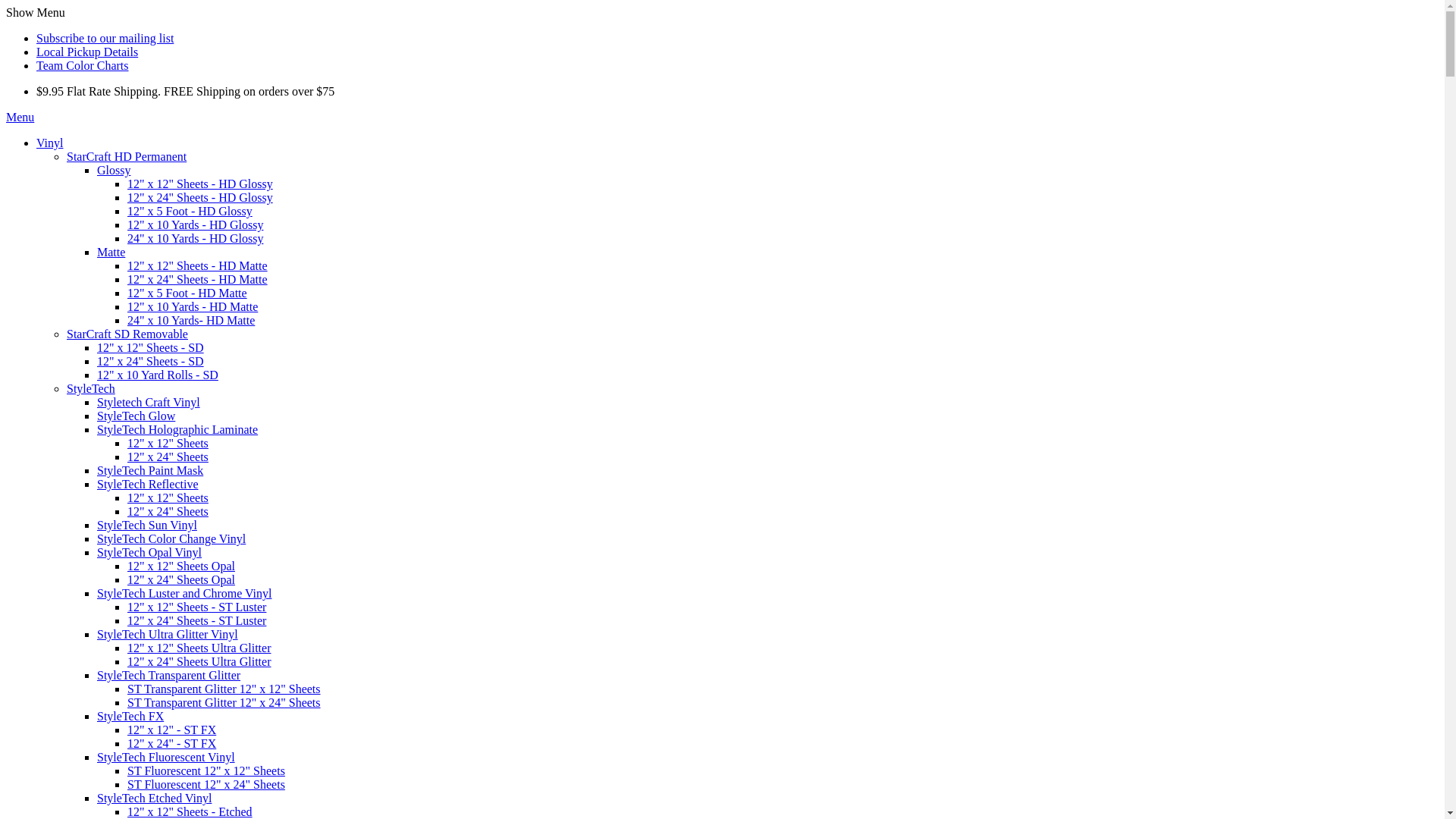  Describe the element at coordinates (171, 742) in the screenshot. I see `'12" x 24" - ST FX'` at that location.